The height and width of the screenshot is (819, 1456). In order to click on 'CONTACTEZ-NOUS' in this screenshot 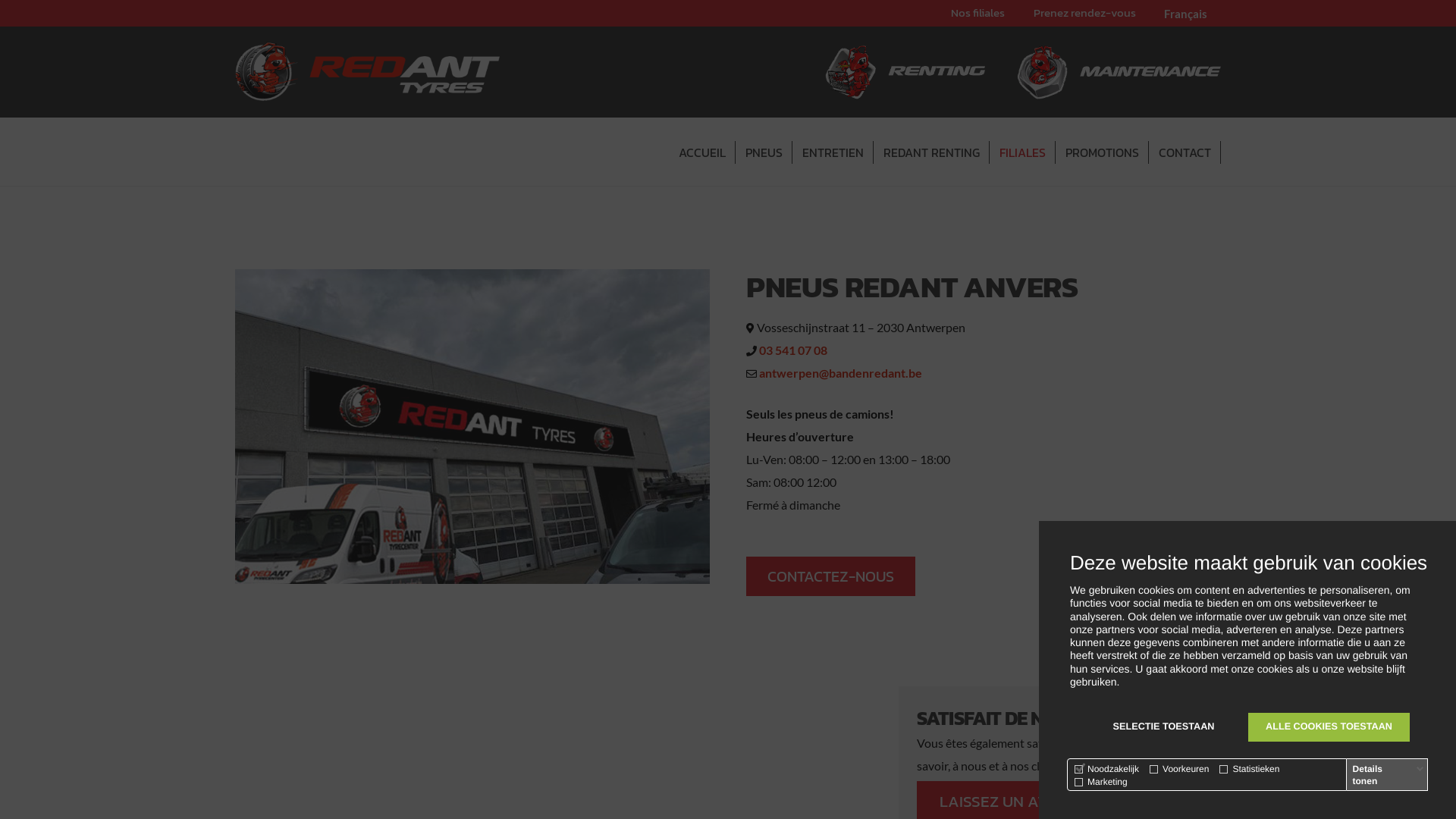, I will do `click(830, 576)`.